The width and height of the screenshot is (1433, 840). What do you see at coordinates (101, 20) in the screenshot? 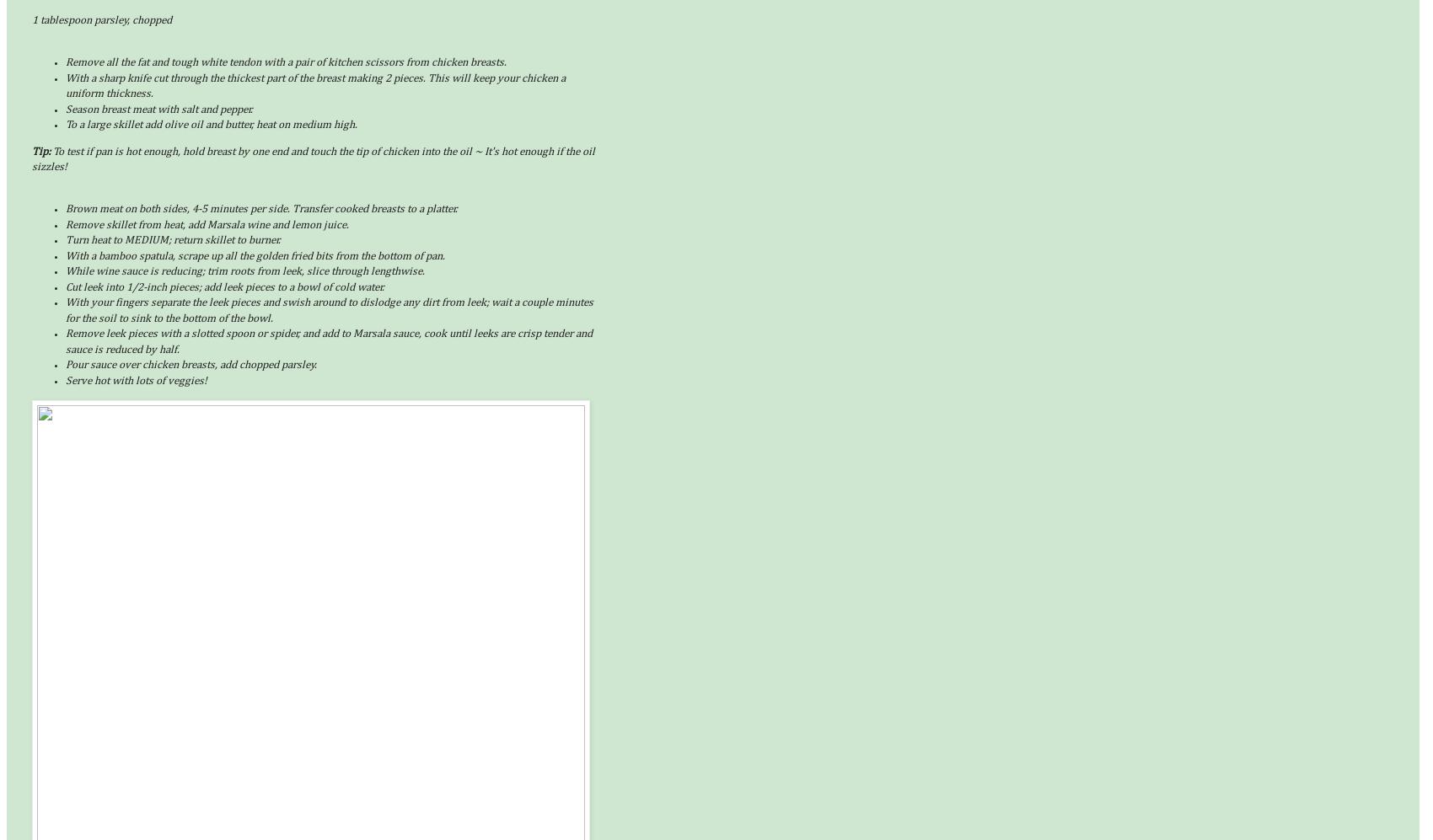
I see `'1 tablespoon parsley, chopped'` at bounding box center [101, 20].